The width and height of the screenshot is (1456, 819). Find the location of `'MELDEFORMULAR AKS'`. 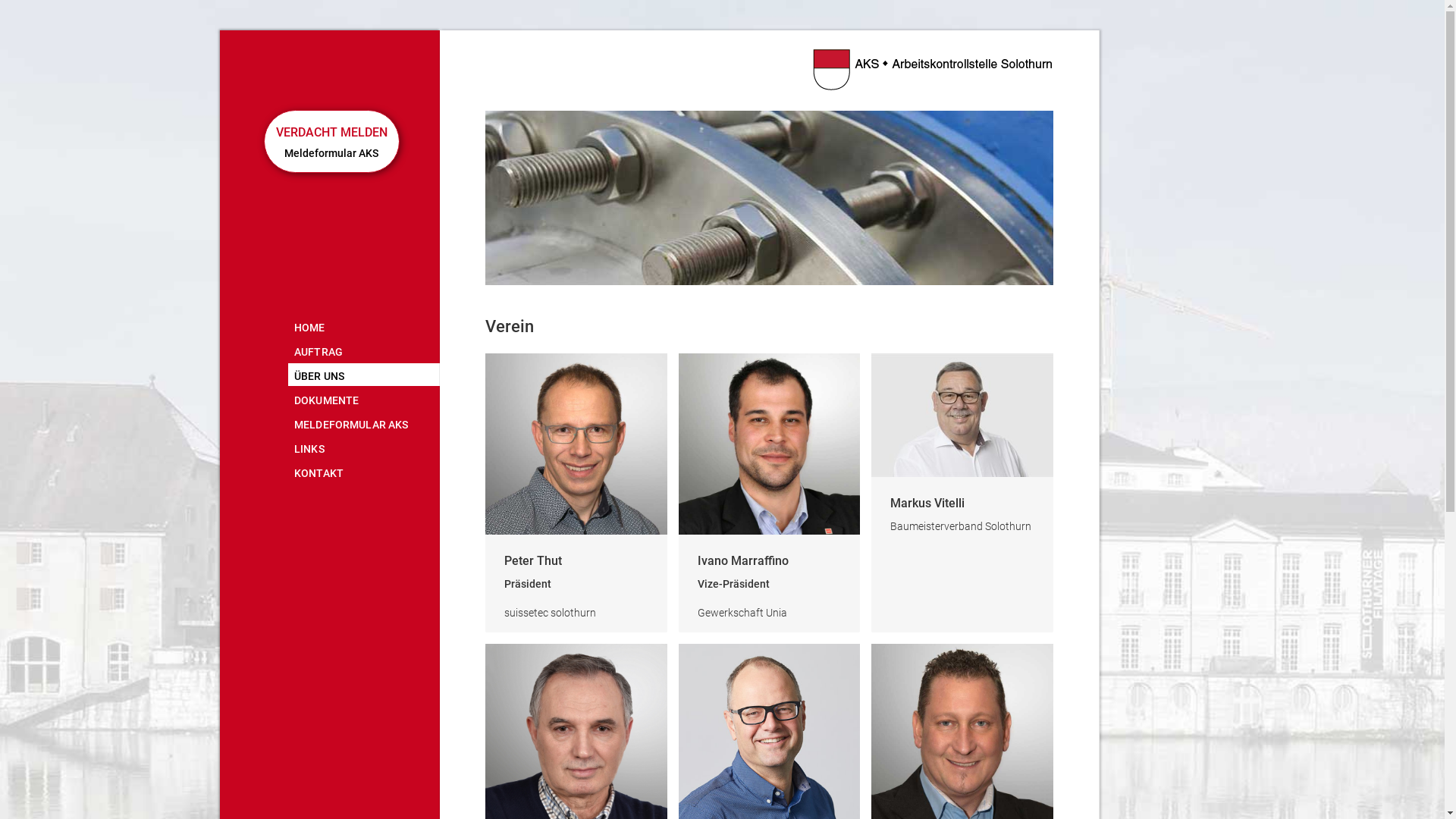

'MELDEFORMULAR AKS' is located at coordinates (364, 423).